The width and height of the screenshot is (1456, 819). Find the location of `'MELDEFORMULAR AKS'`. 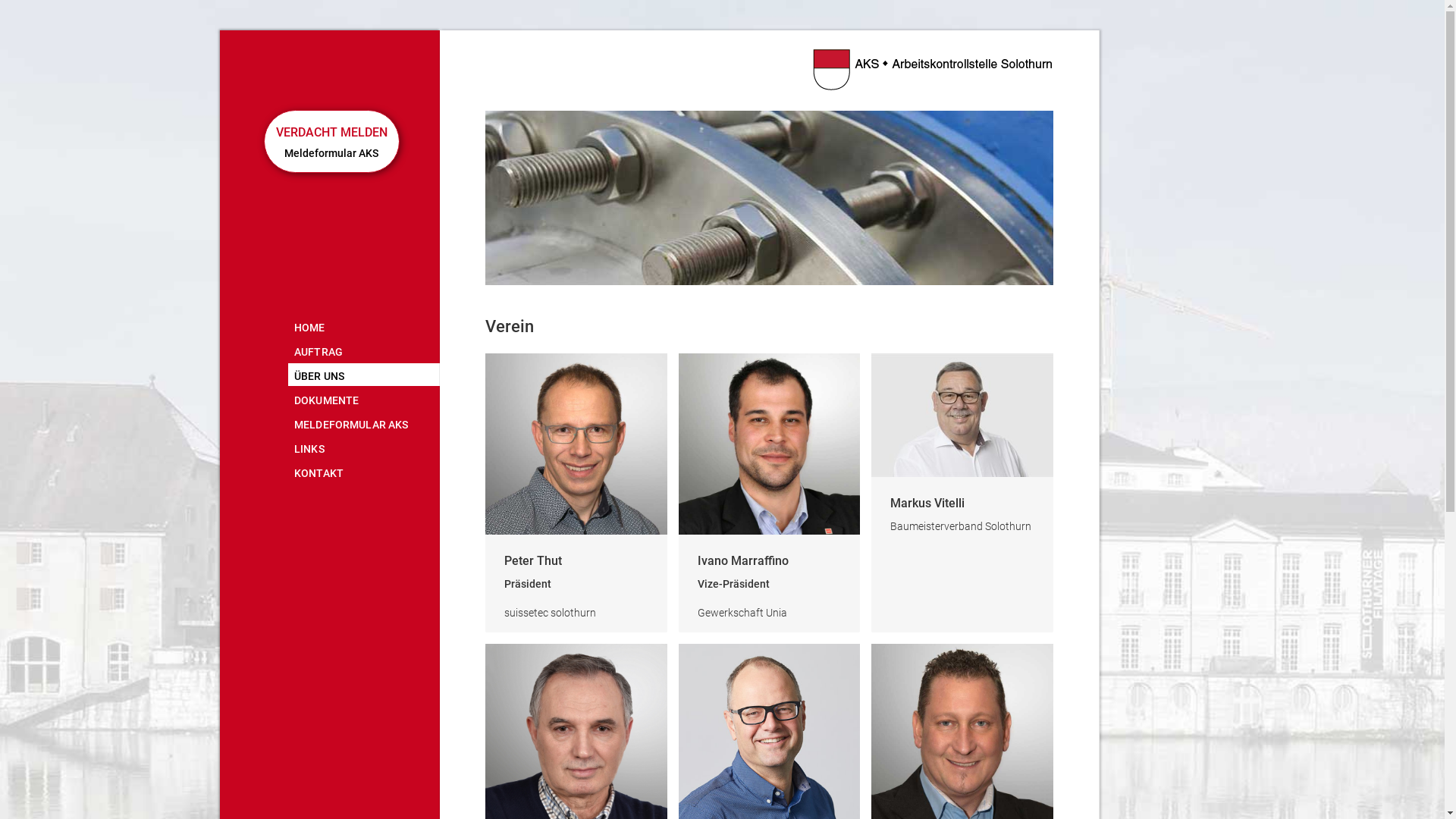

'MELDEFORMULAR AKS' is located at coordinates (364, 423).